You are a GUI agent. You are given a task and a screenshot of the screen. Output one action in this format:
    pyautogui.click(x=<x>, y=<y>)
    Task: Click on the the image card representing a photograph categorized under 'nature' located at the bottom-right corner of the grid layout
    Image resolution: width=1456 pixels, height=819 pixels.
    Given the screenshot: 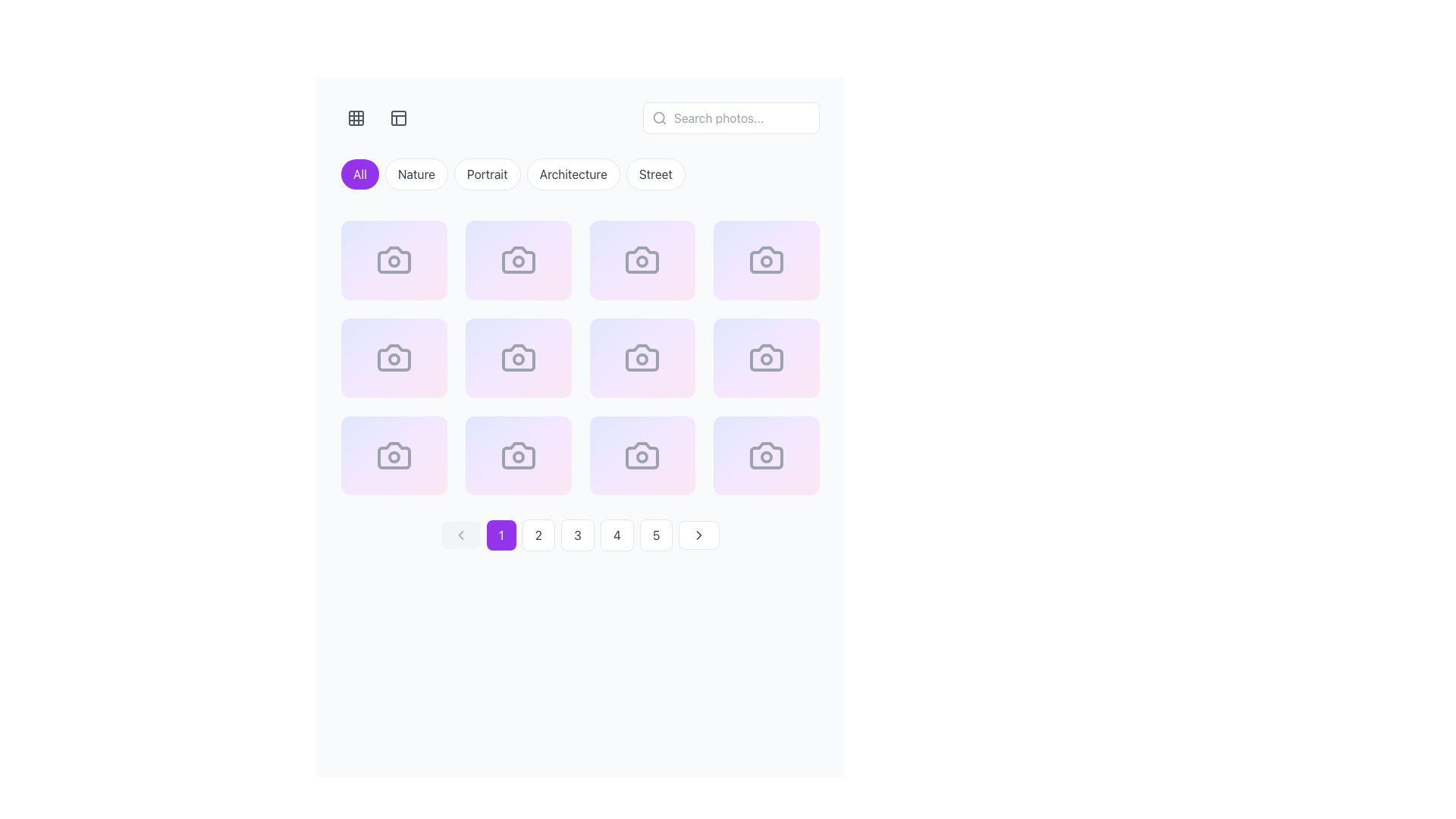 What is the action you would take?
    pyautogui.click(x=767, y=455)
    